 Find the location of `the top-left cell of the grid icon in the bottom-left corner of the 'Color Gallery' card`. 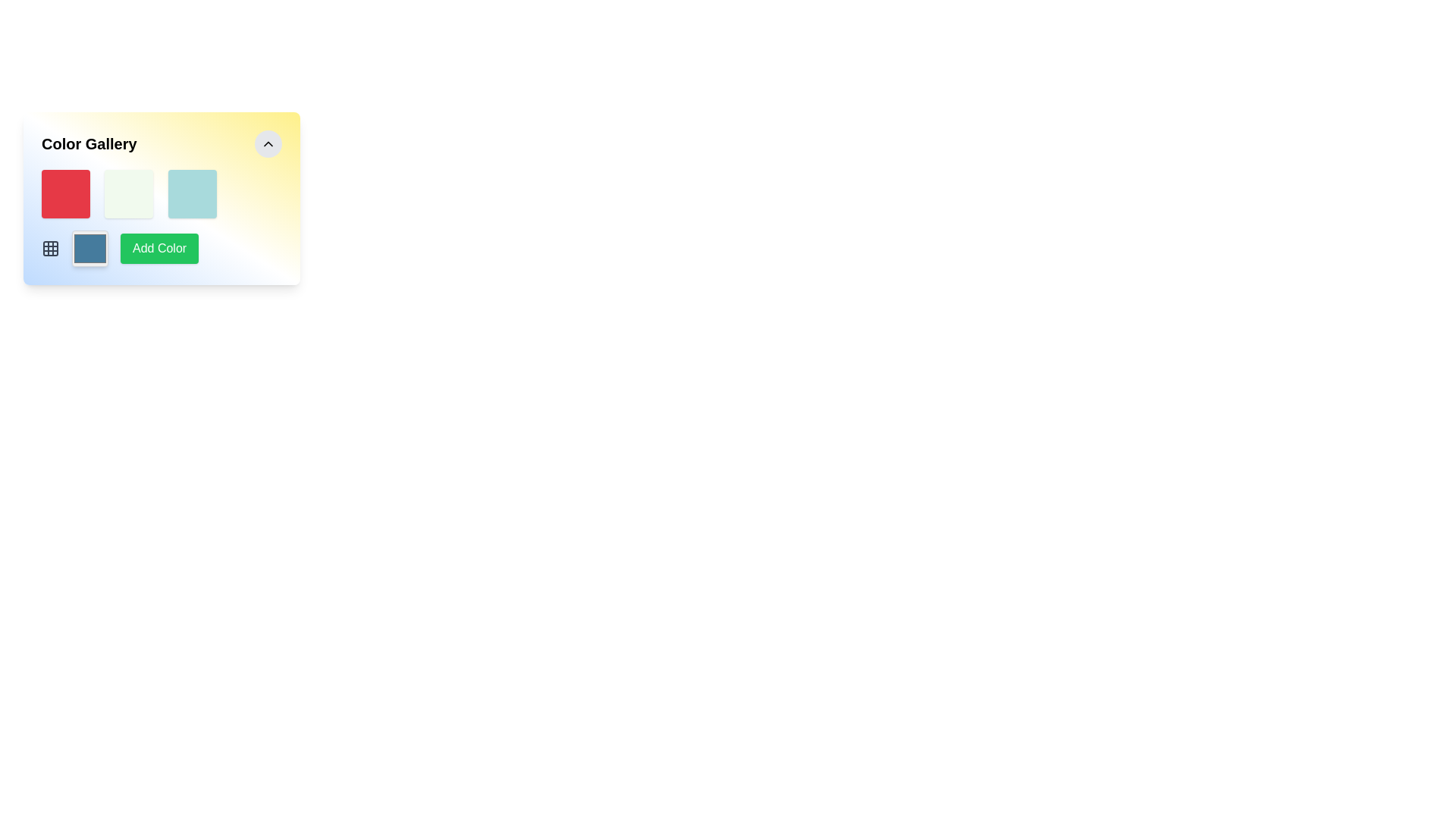

the top-left cell of the grid icon in the bottom-left corner of the 'Color Gallery' card is located at coordinates (51, 247).